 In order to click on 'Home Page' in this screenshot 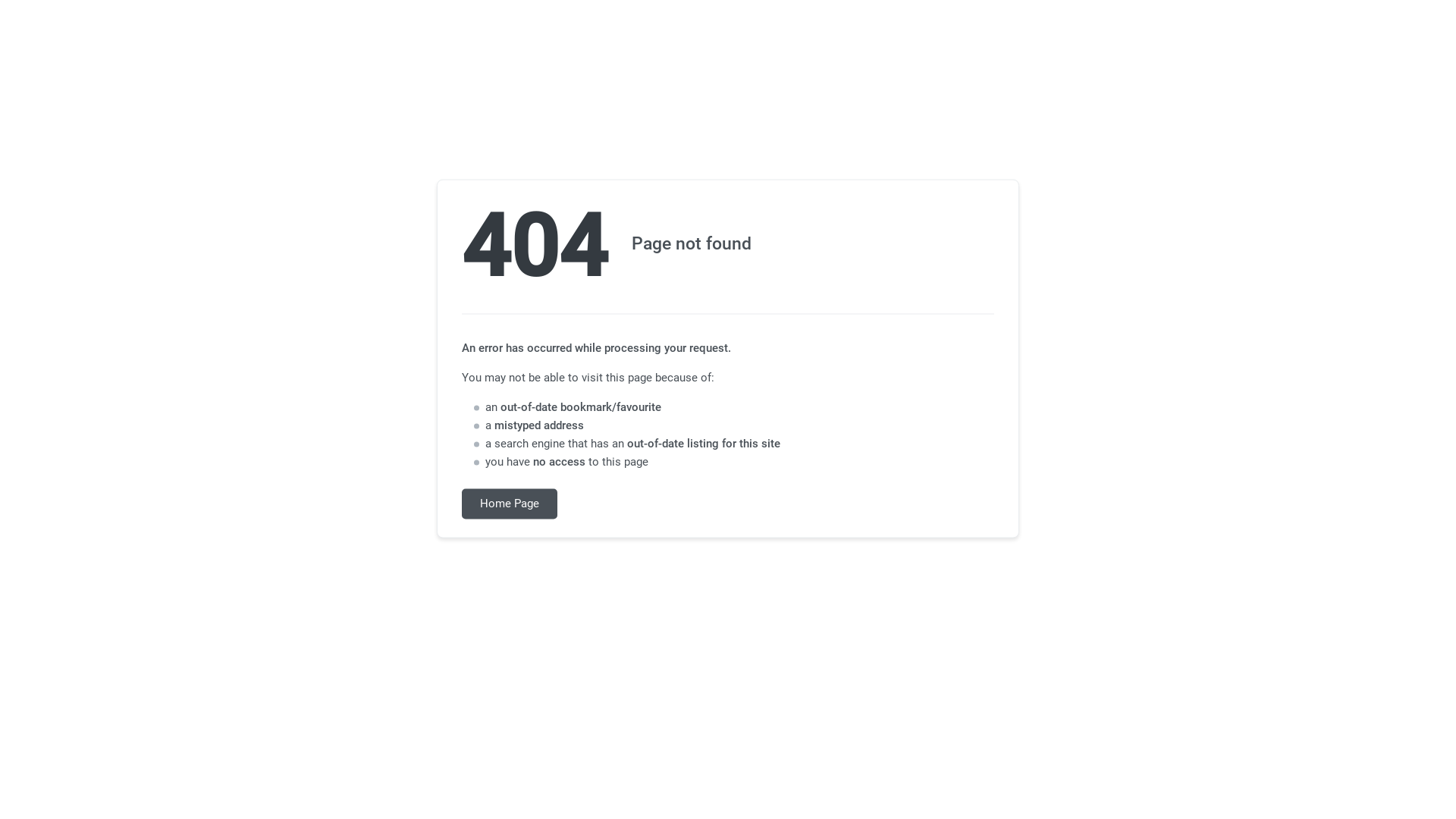, I will do `click(510, 504)`.